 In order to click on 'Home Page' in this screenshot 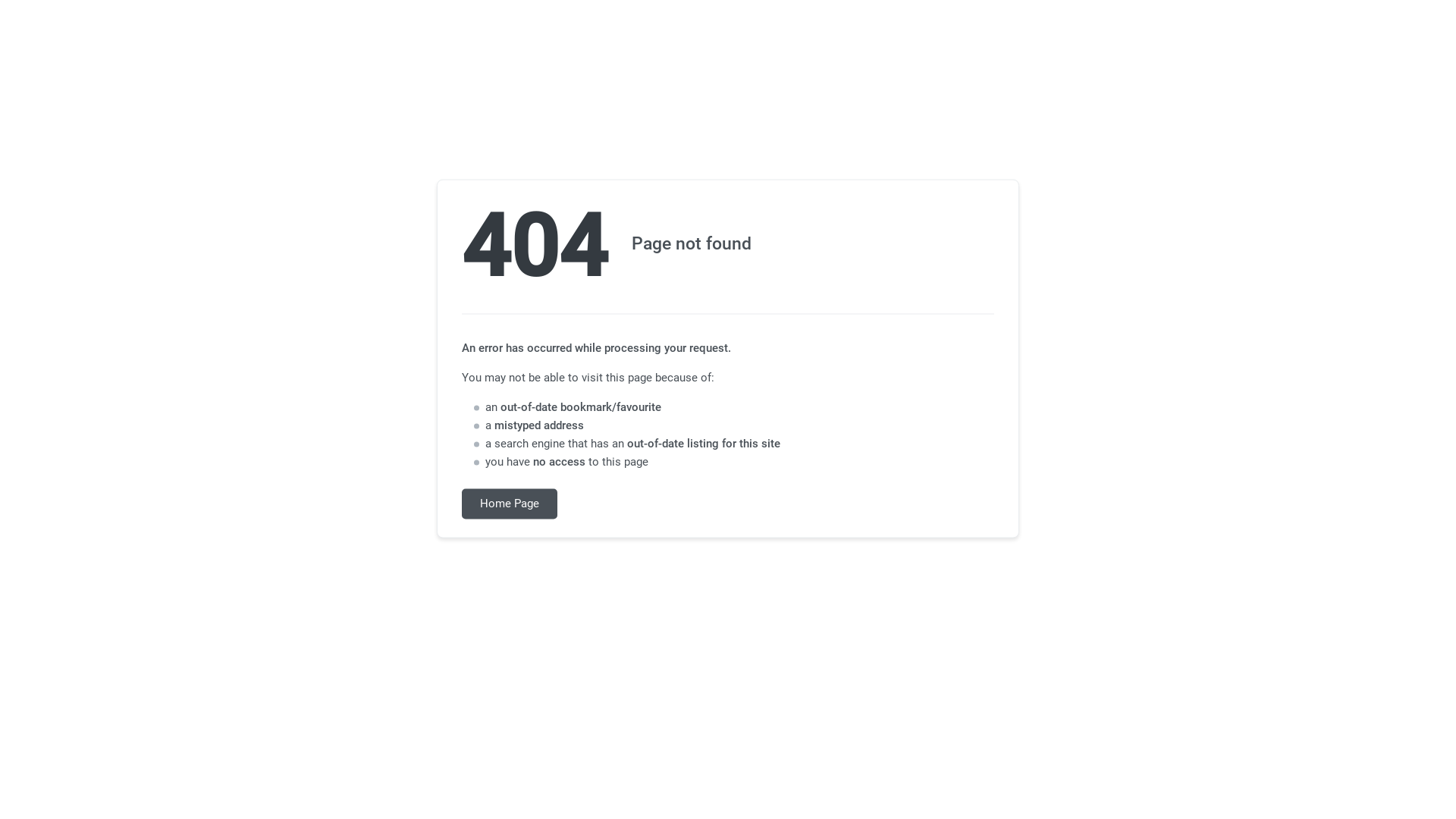, I will do `click(510, 504)`.